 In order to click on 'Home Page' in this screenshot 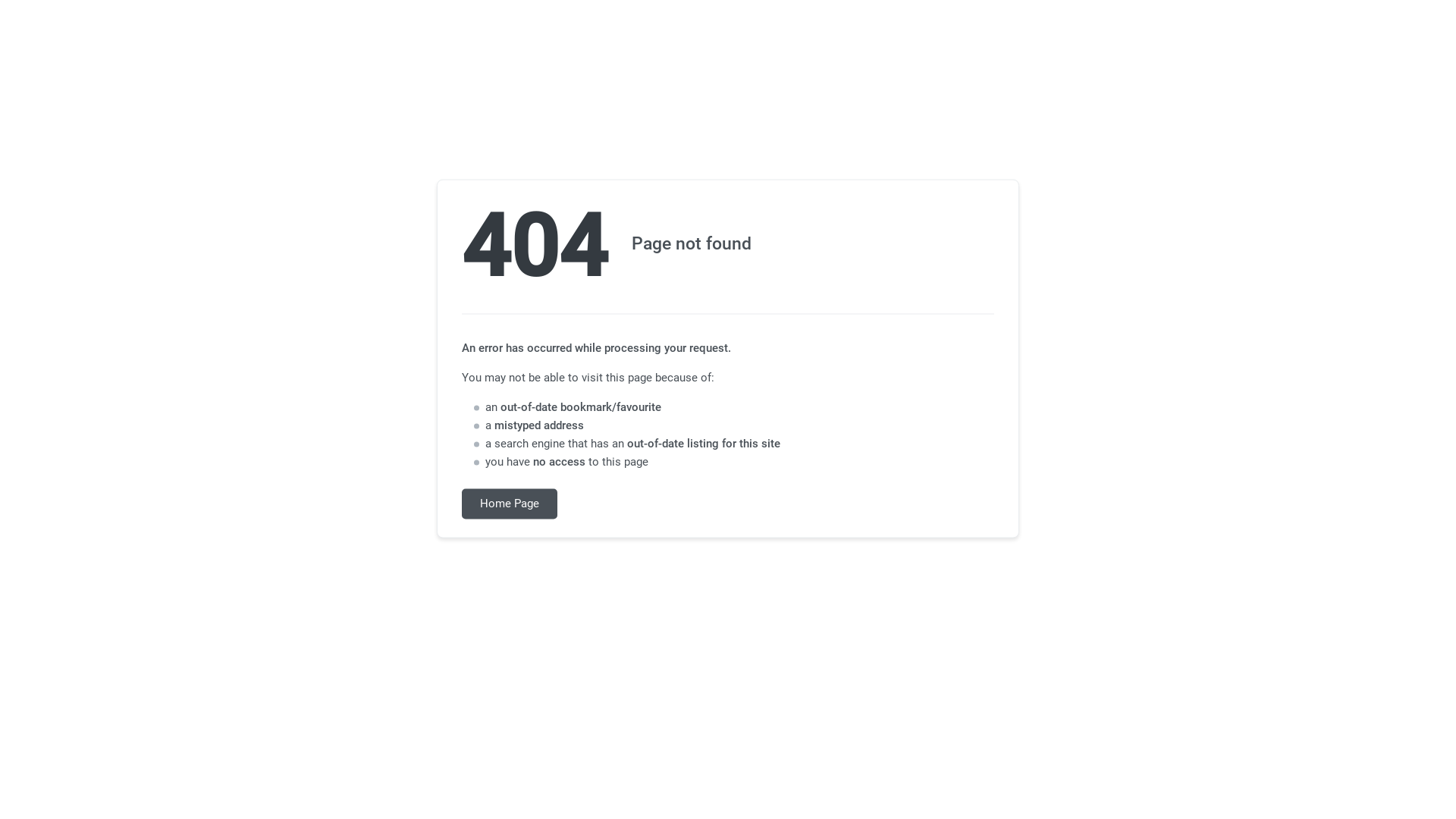, I will do `click(510, 504)`.